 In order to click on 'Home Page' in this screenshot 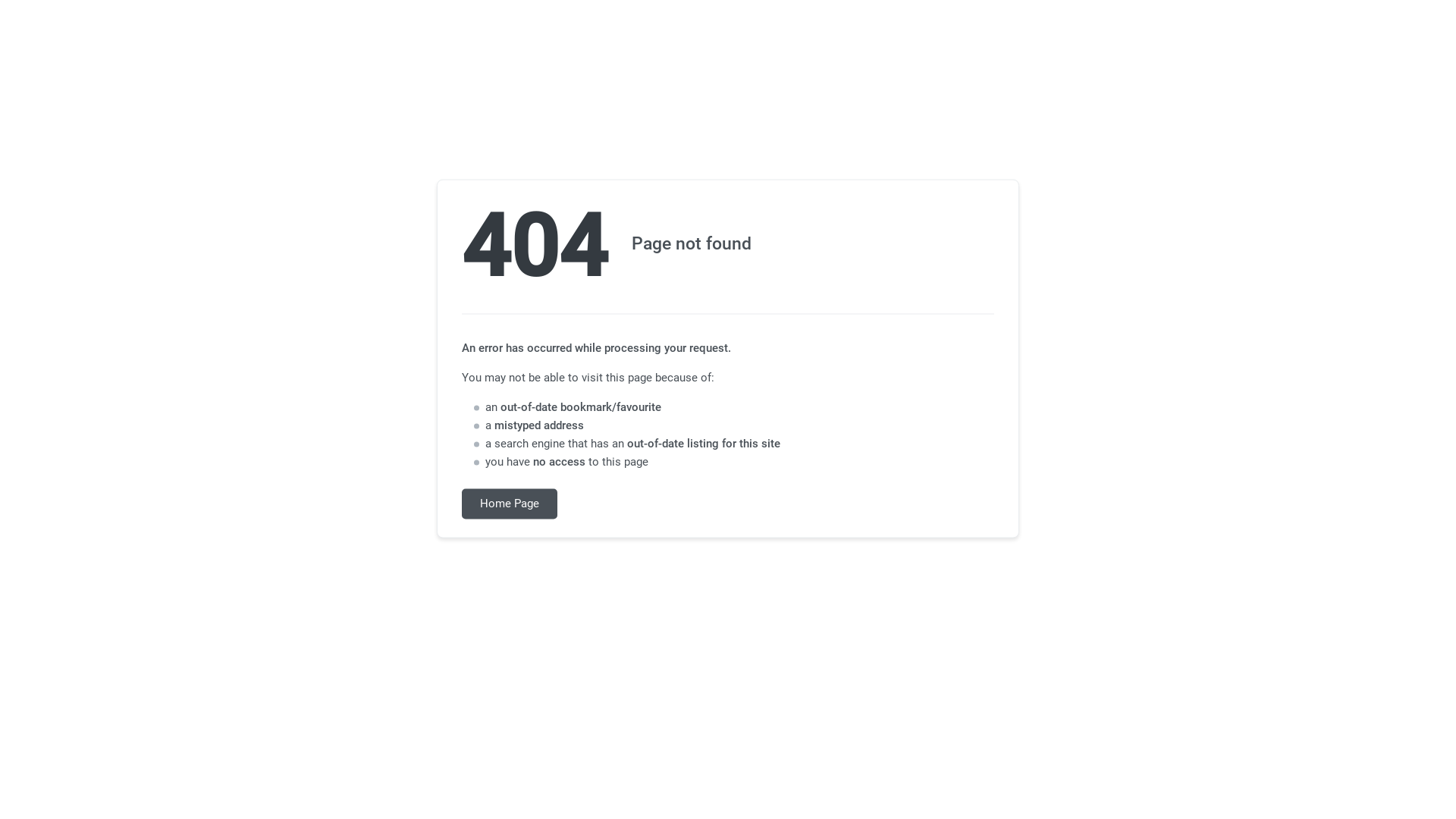, I will do `click(510, 504)`.